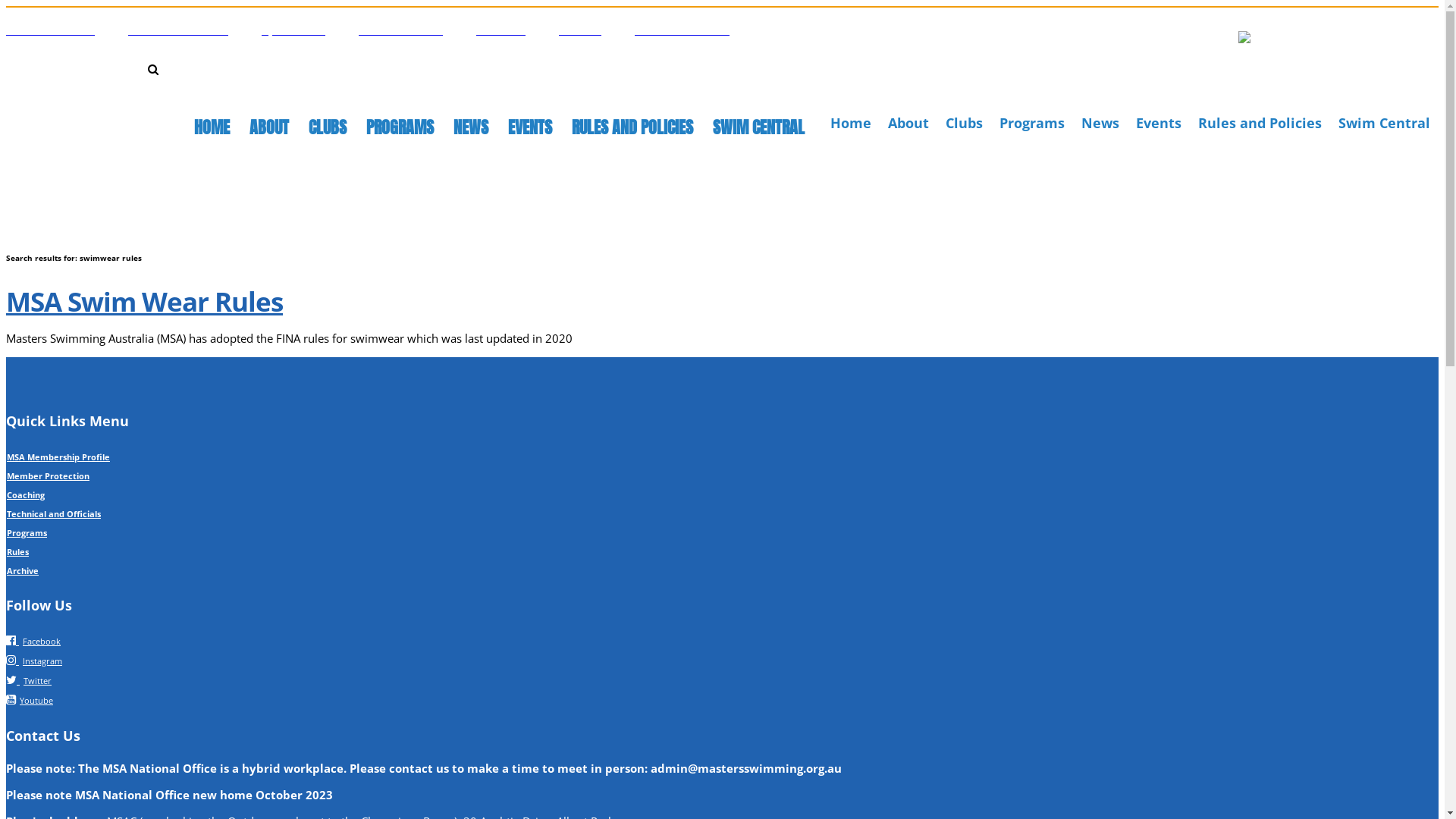  I want to click on 'HOME', so click(211, 126).